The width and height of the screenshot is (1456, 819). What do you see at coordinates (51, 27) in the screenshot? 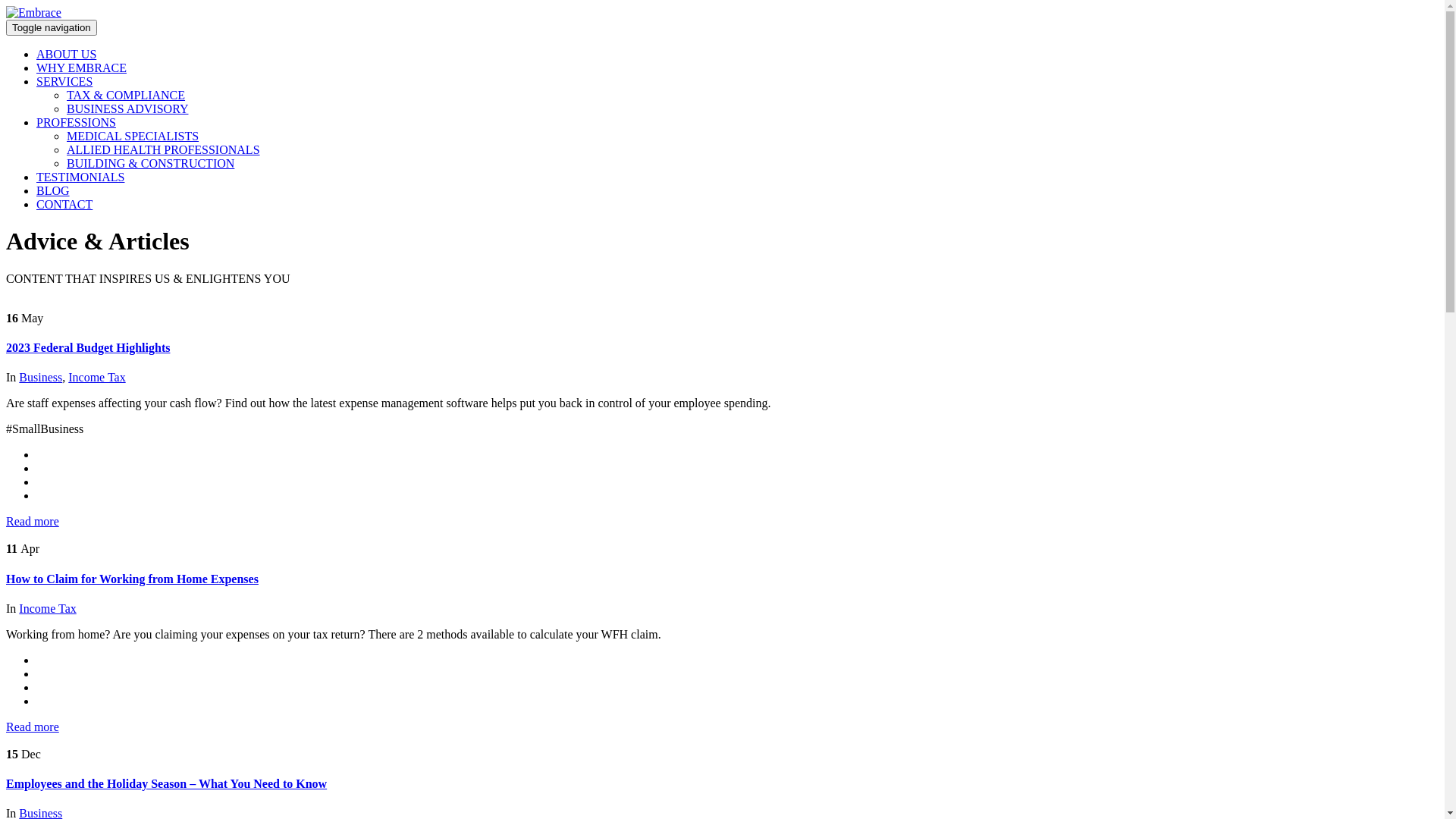
I see `'Toggle navigation'` at bounding box center [51, 27].